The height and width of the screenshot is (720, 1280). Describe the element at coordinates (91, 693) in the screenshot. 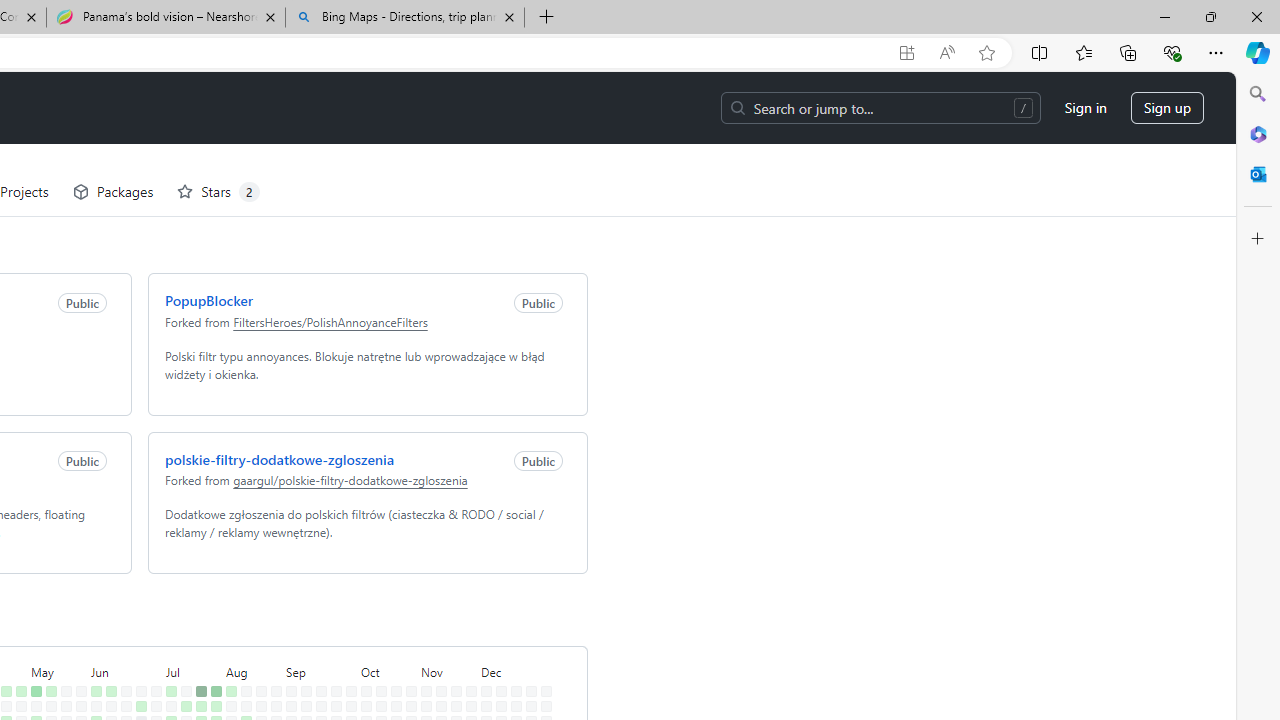

I see `'No contributions on June 7th.'` at that location.